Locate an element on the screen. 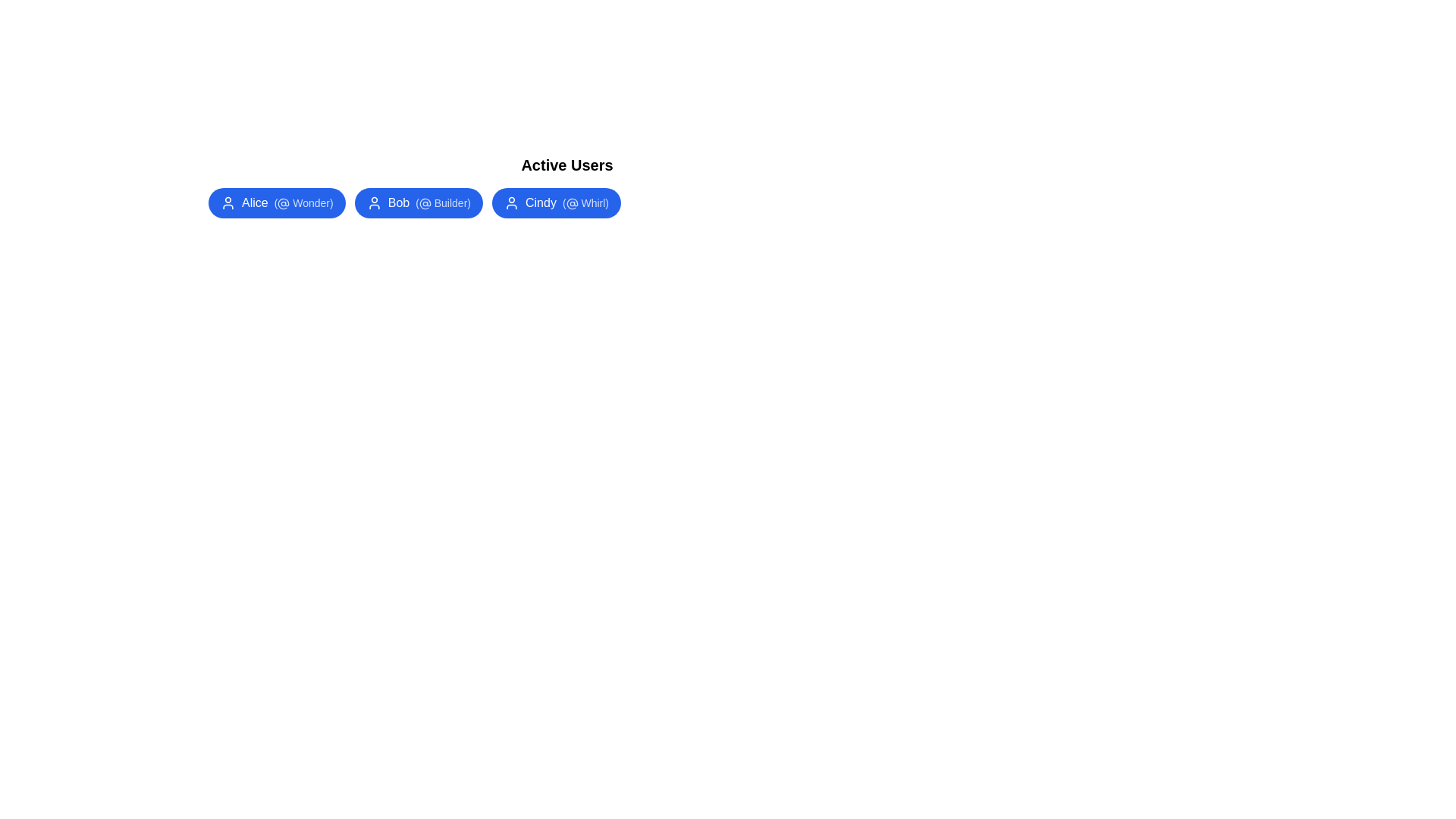 The width and height of the screenshot is (1456, 819). icon inside the user chip for Cindy is located at coordinates (512, 202).